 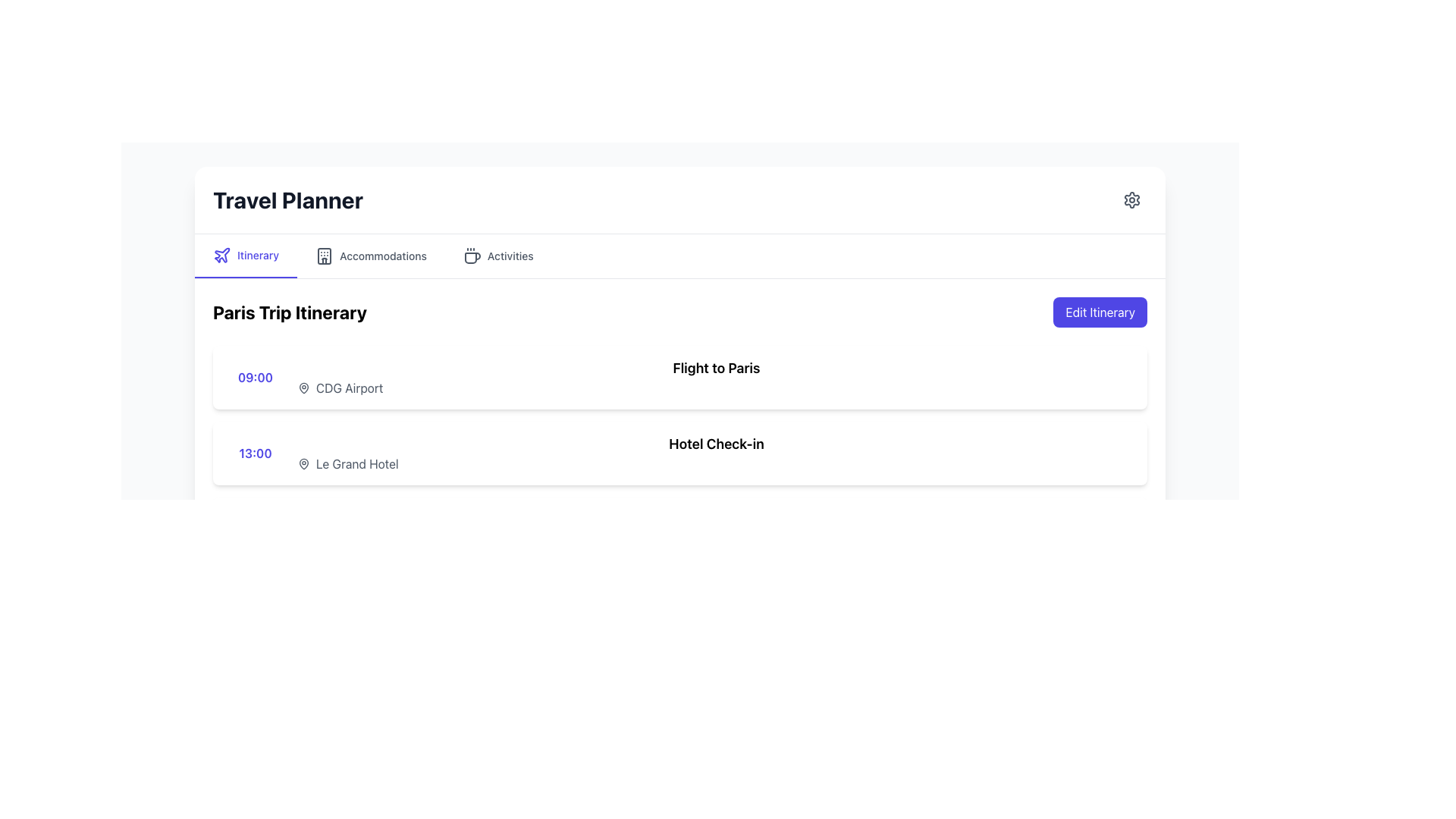 I want to click on the 'Flight to Paris CDG Airport' text label with the associated location pin icon, which is part of the timetable entry under 'Paris Trip Itinerary', so click(x=716, y=376).